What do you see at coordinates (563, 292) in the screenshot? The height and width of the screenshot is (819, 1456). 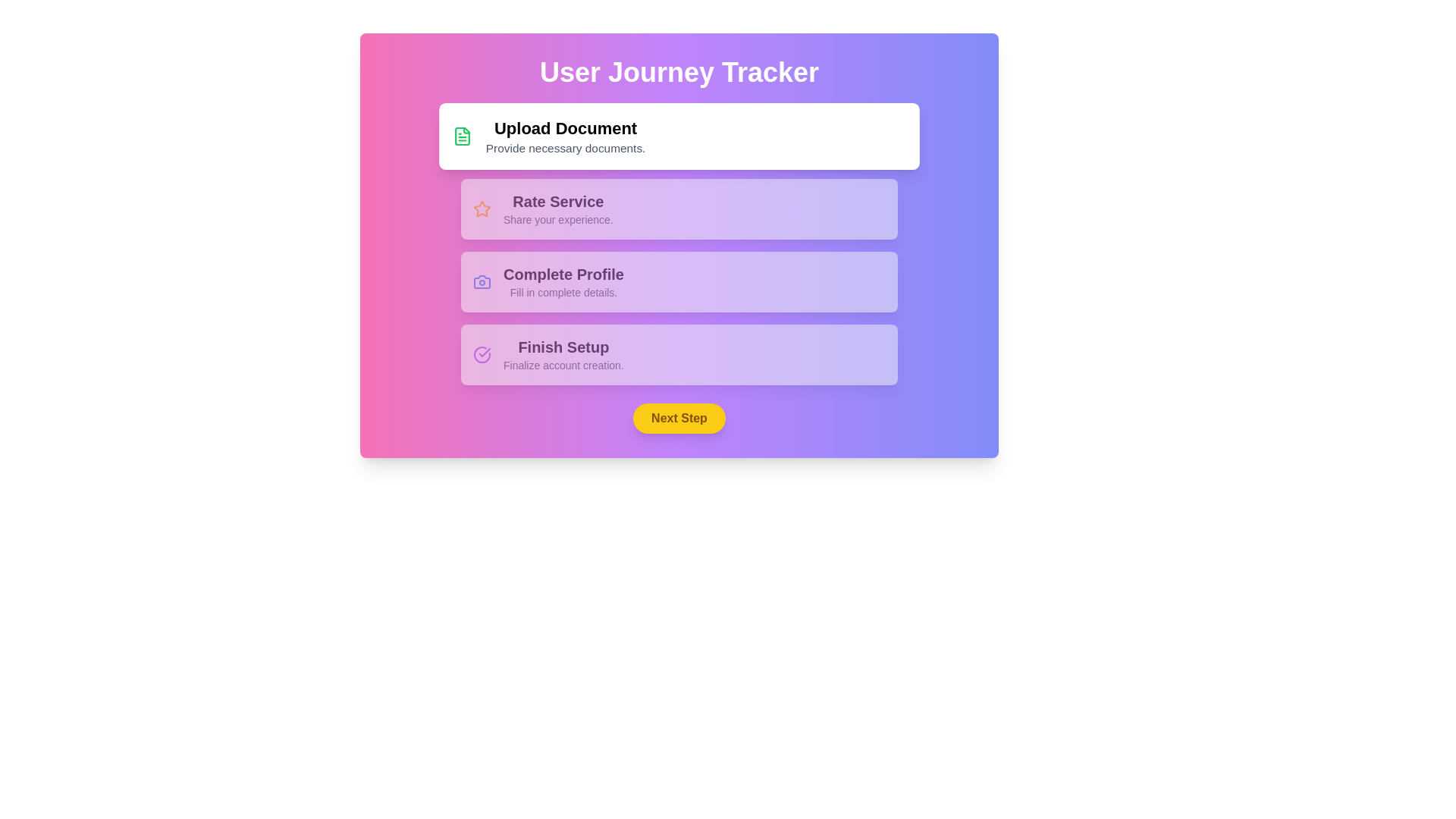 I see `the static text label that provides guidance for completing the profile, located below the 'Complete Profile' heading and above the 'Next Step' button` at bounding box center [563, 292].